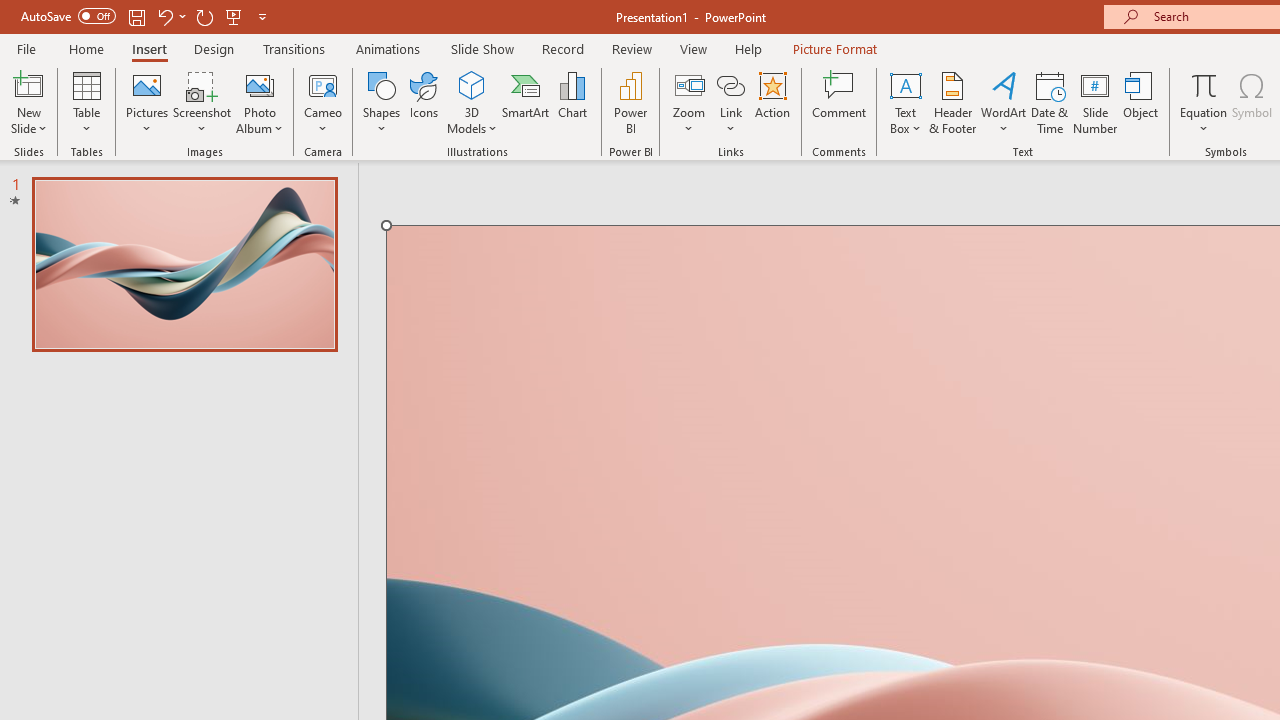 This screenshot has width=1280, height=720. I want to click on 'Slide Number', so click(1094, 103).